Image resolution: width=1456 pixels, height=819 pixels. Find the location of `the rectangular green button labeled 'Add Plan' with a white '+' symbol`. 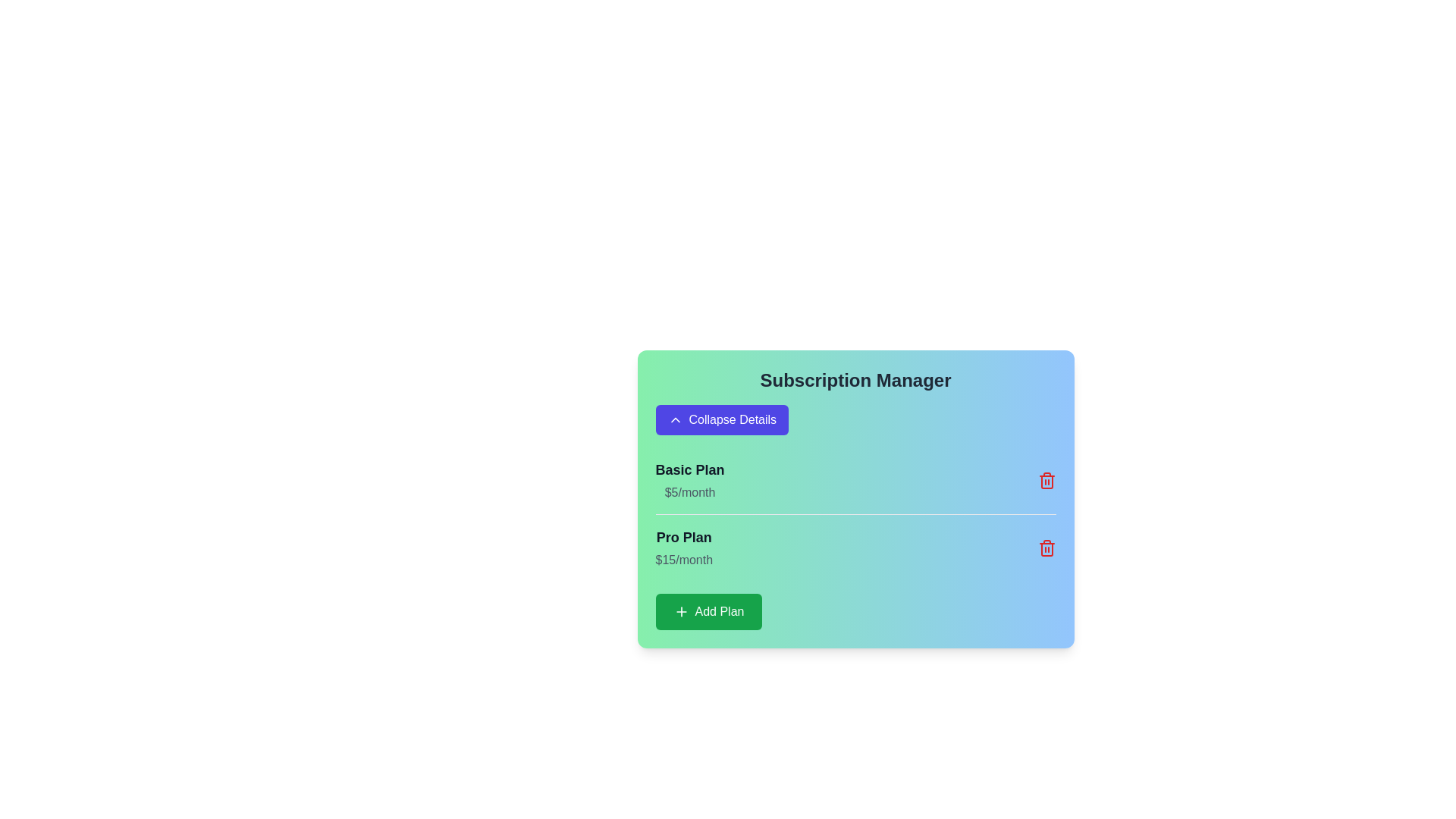

the rectangular green button labeled 'Add Plan' with a white '+' symbol is located at coordinates (708, 610).